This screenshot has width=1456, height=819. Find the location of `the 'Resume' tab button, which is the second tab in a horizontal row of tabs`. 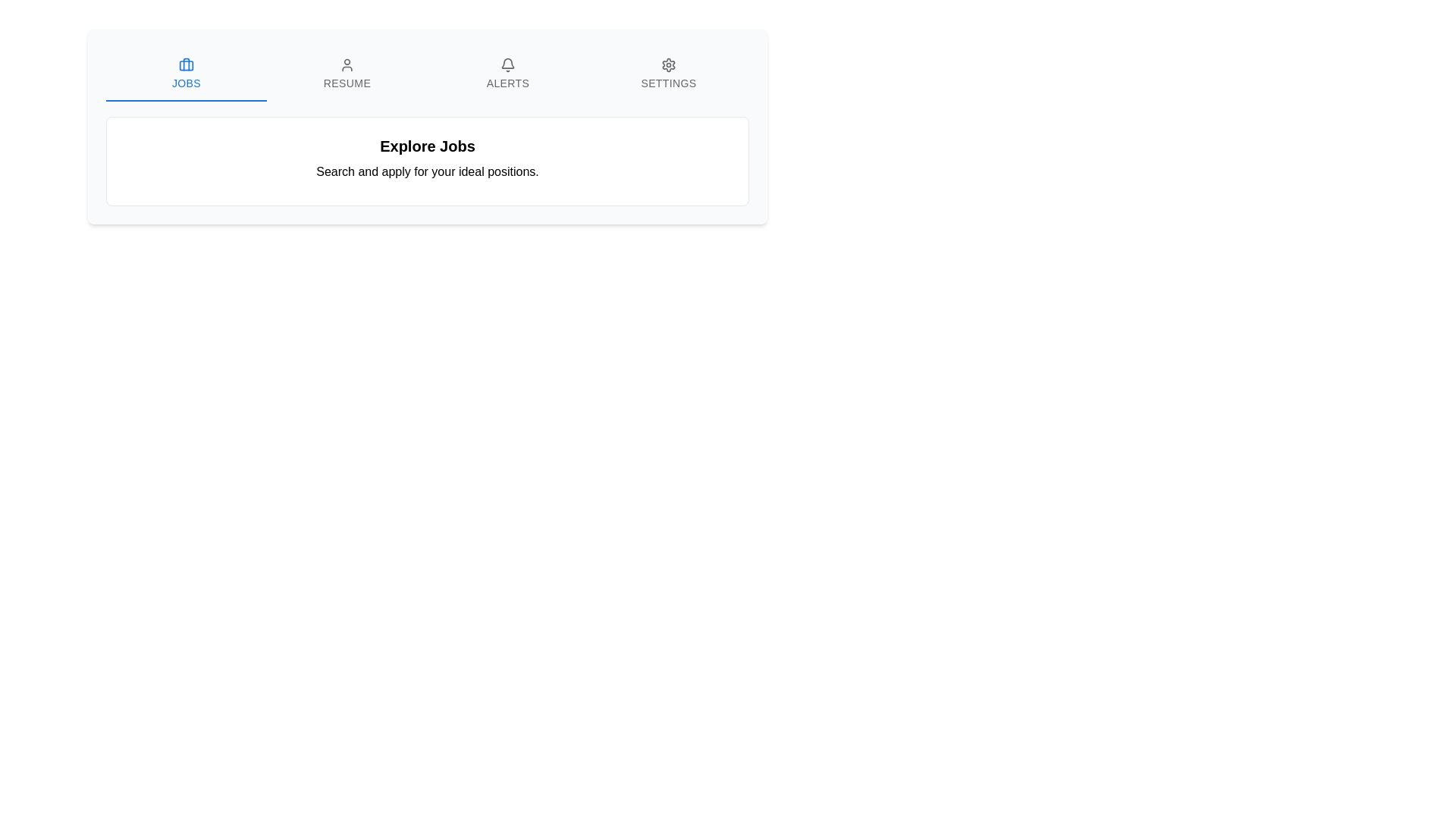

the 'Resume' tab button, which is the second tab in a horizontal row of tabs is located at coordinates (346, 74).